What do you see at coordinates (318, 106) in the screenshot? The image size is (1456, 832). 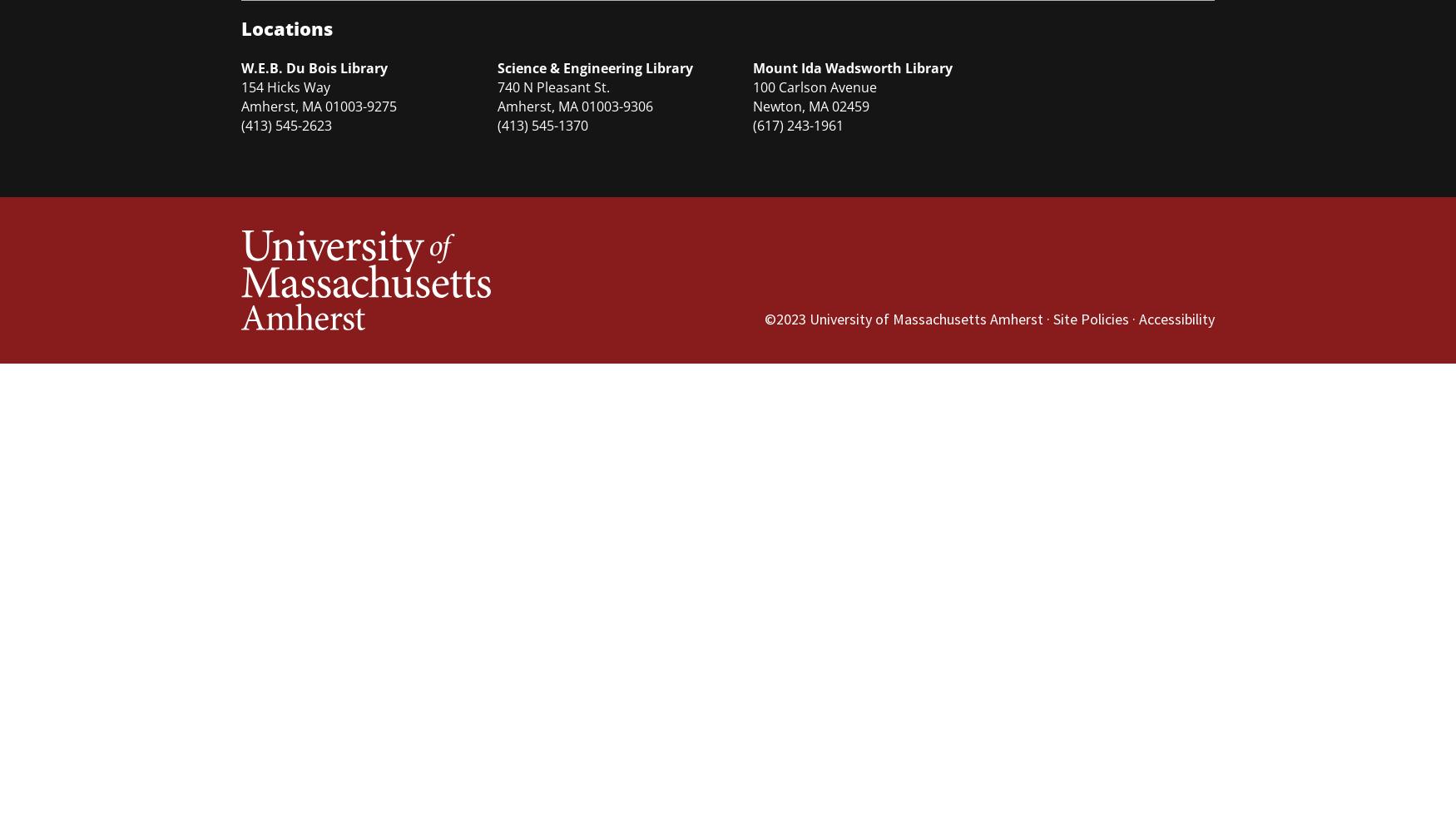 I see `'Amherst, MA 01003-9275'` at bounding box center [318, 106].